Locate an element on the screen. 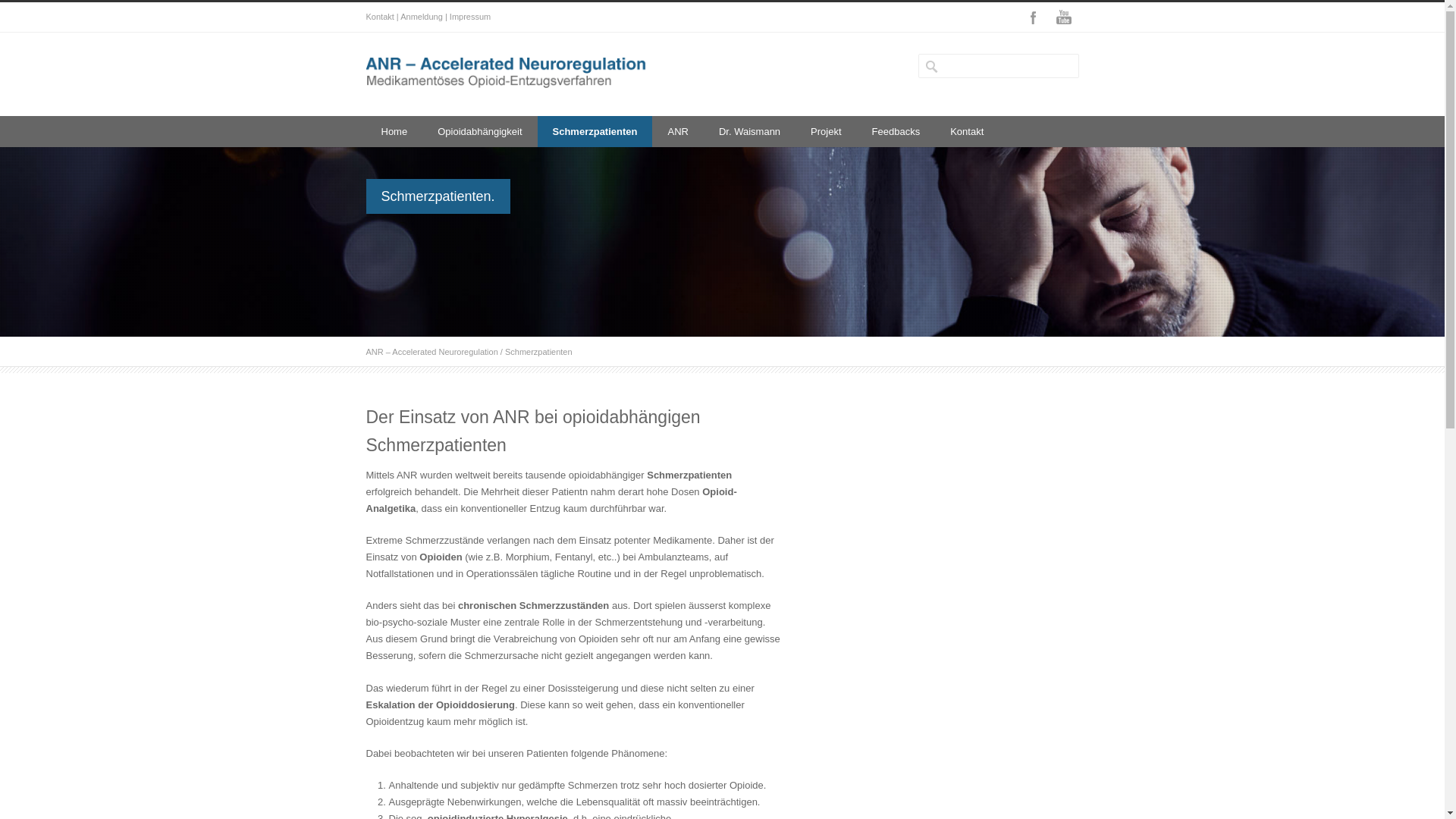 This screenshot has height=819, width=1456. 'Home' is located at coordinates (394, 130).